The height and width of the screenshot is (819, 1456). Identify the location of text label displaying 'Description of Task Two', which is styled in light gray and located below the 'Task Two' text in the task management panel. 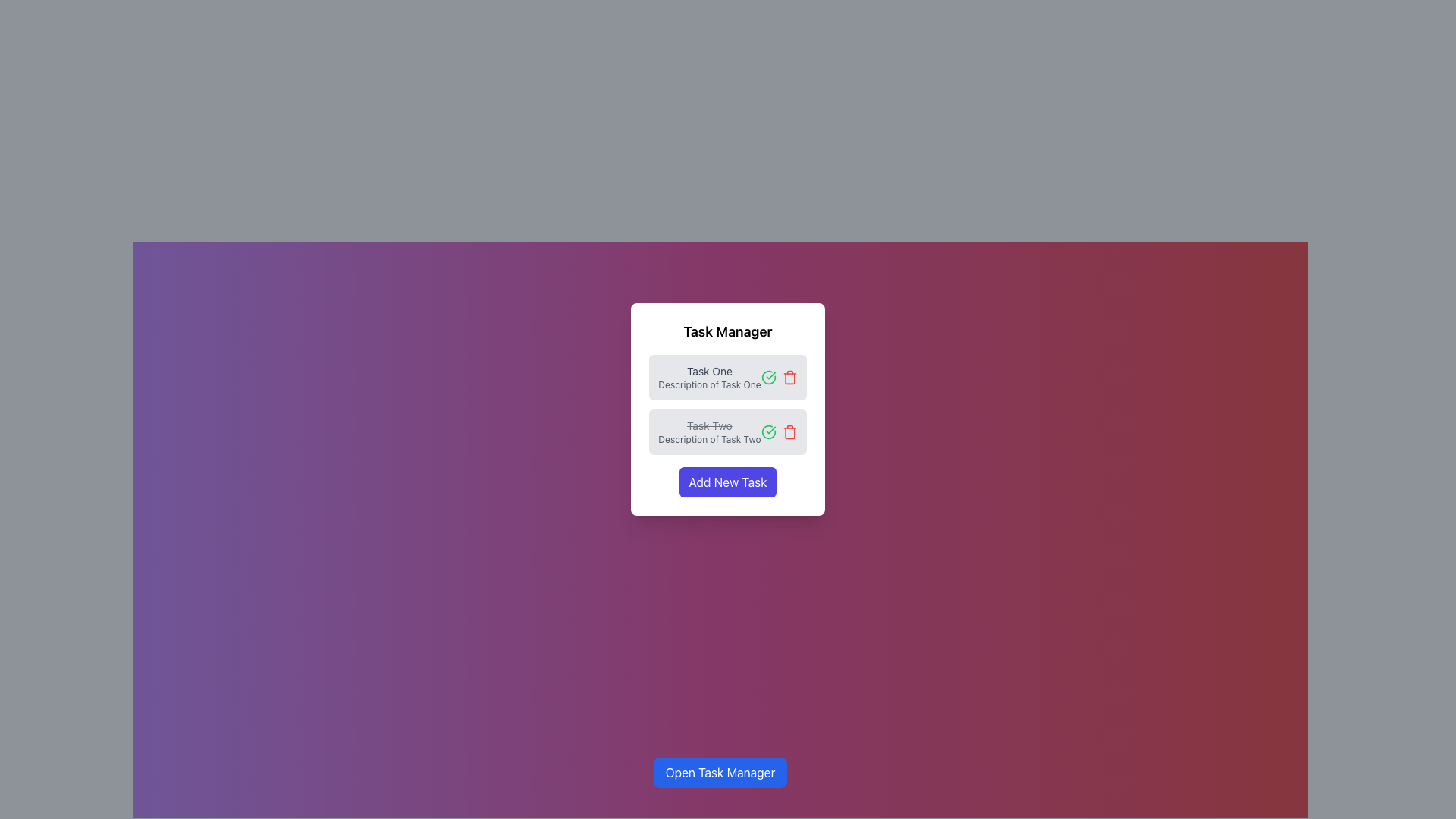
(709, 439).